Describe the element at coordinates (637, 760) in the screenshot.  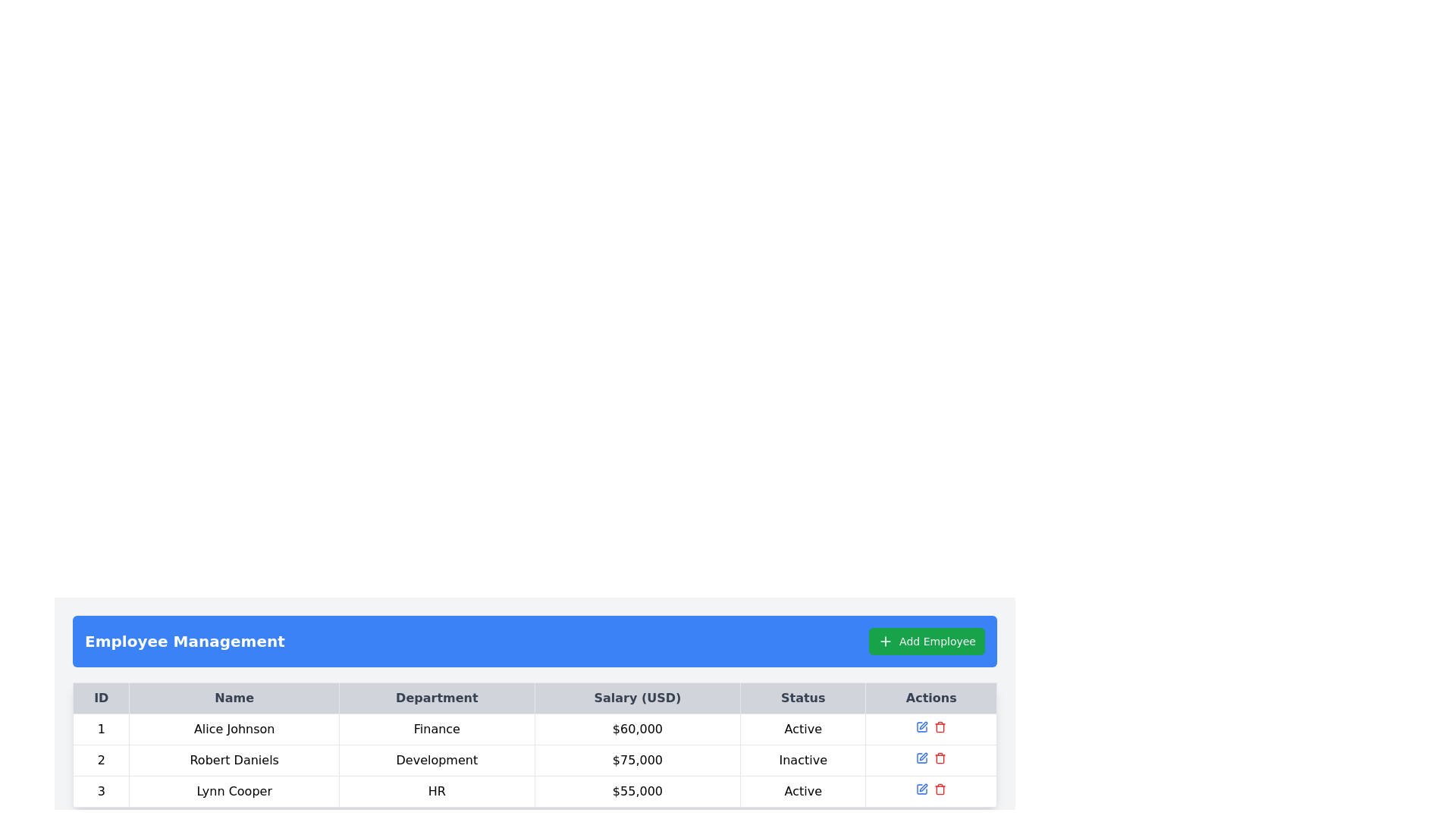
I see `the non-interactive text display showing the salary information for Robert Daniels in the 'Salary (USD)' column of the second row in the table` at that location.